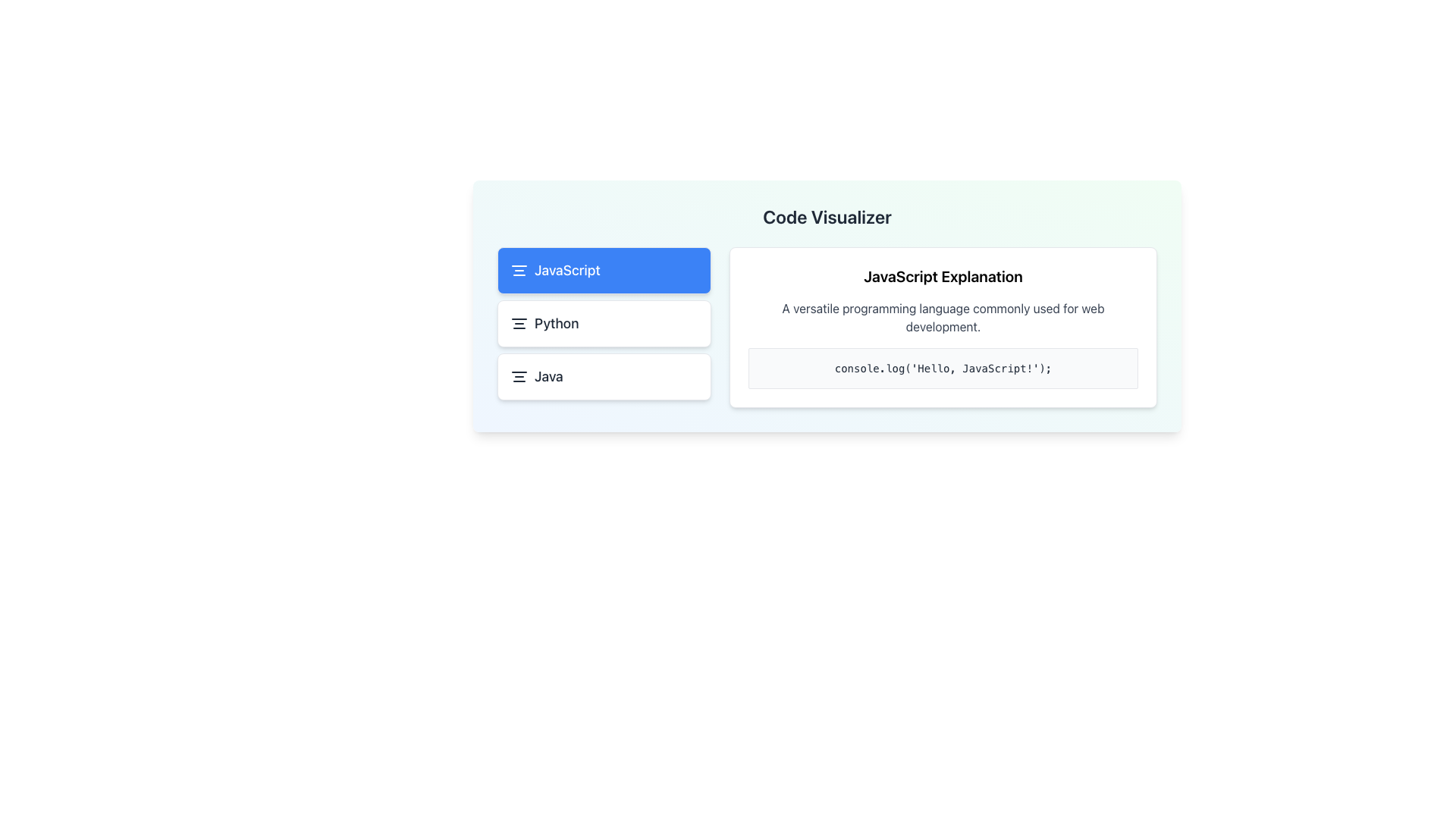  Describe the element at coordinates (519, 376) in the screenshot. I see `the 'Java' icon located immediately to the left of the 'Java' text in the vertically aligned list of items` at that location.